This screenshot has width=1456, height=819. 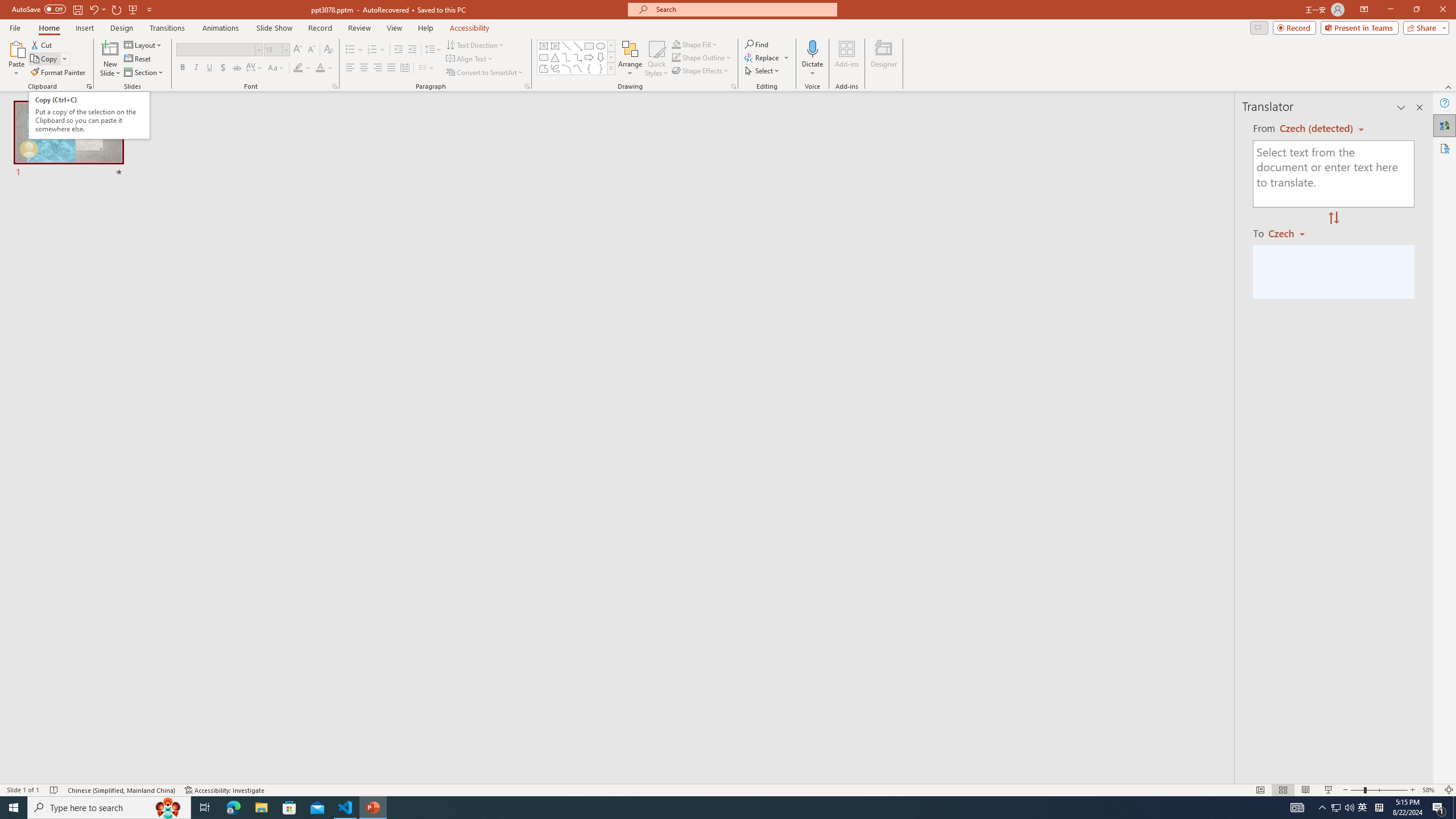 What do you see at coordinates (1379, 790) in the screenshot?
I see `'Zoom'` at bounding box center [1379, 790].